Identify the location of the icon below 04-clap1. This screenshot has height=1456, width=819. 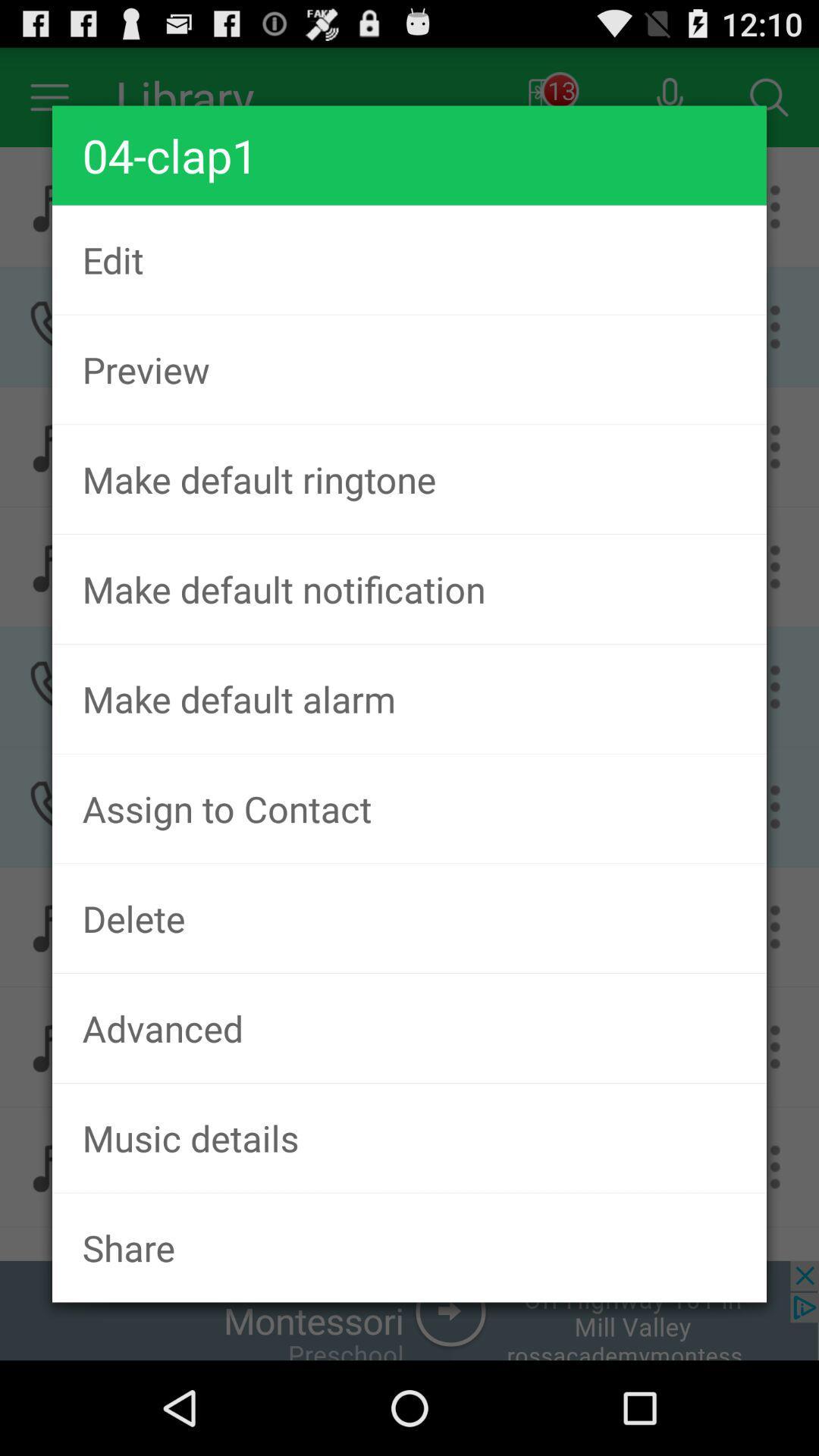
(409, 259).